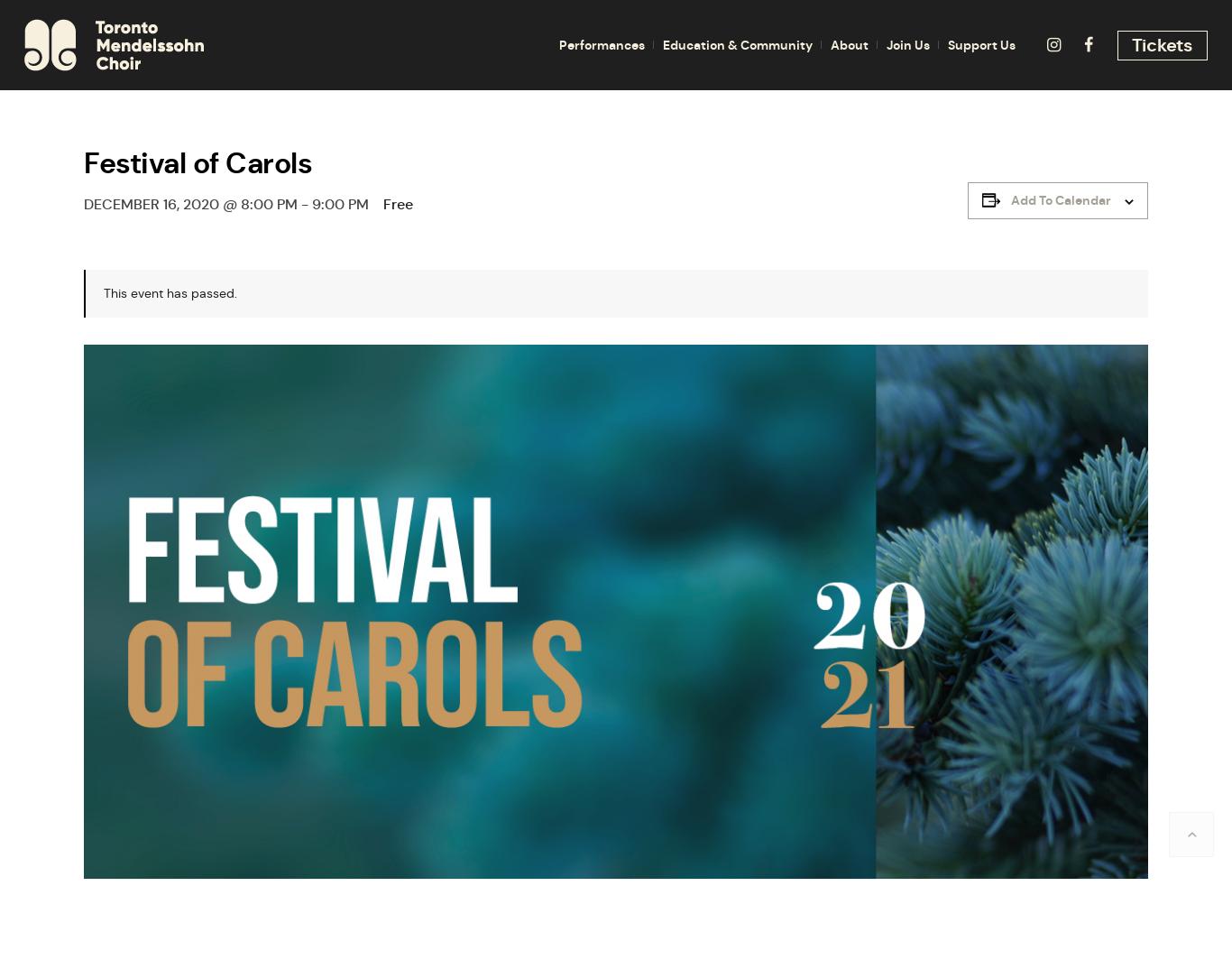 The width and height of the screenshot is (1232, 969). What do you see at coordinates (897, 272) in the screenshot?
I see `'Work With Us'` at bounding box center [897, 272].